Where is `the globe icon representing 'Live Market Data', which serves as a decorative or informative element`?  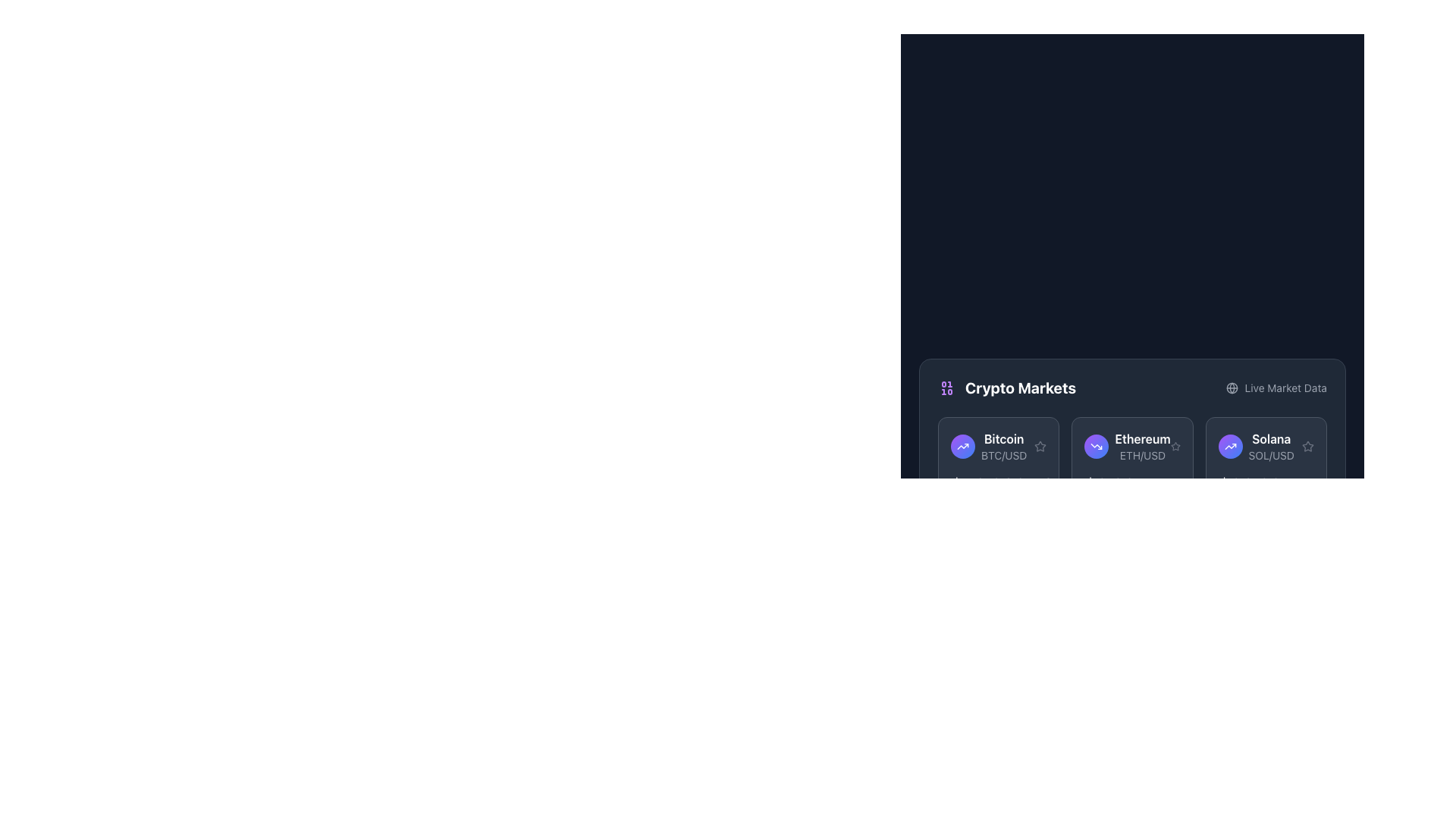 the globe icon representing 'Live Market Data', which serves as a decorative or informative element is located at coordinates (1232, 388).